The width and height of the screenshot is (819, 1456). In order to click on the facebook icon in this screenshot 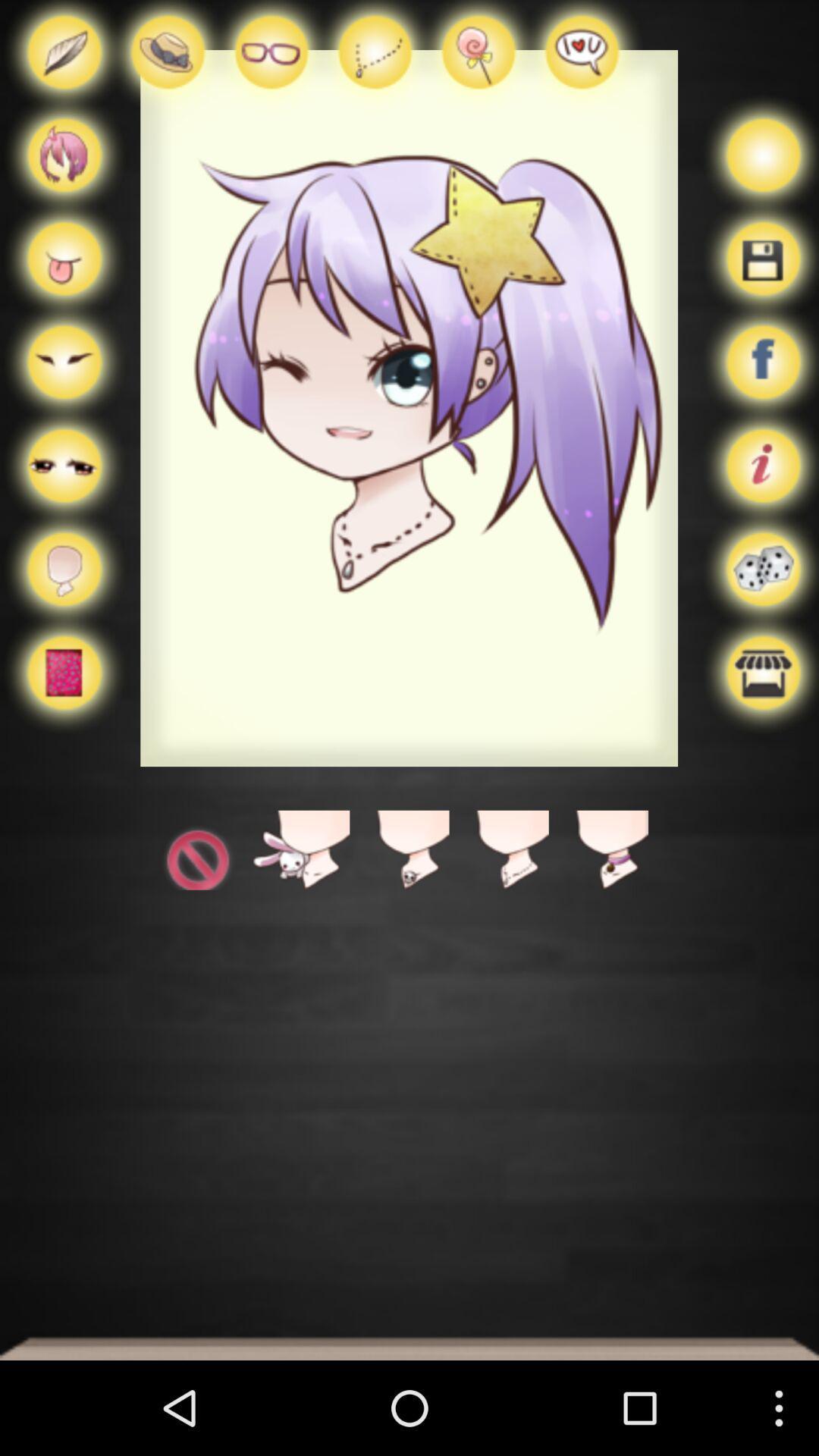, I will do `click(758, 388)`.